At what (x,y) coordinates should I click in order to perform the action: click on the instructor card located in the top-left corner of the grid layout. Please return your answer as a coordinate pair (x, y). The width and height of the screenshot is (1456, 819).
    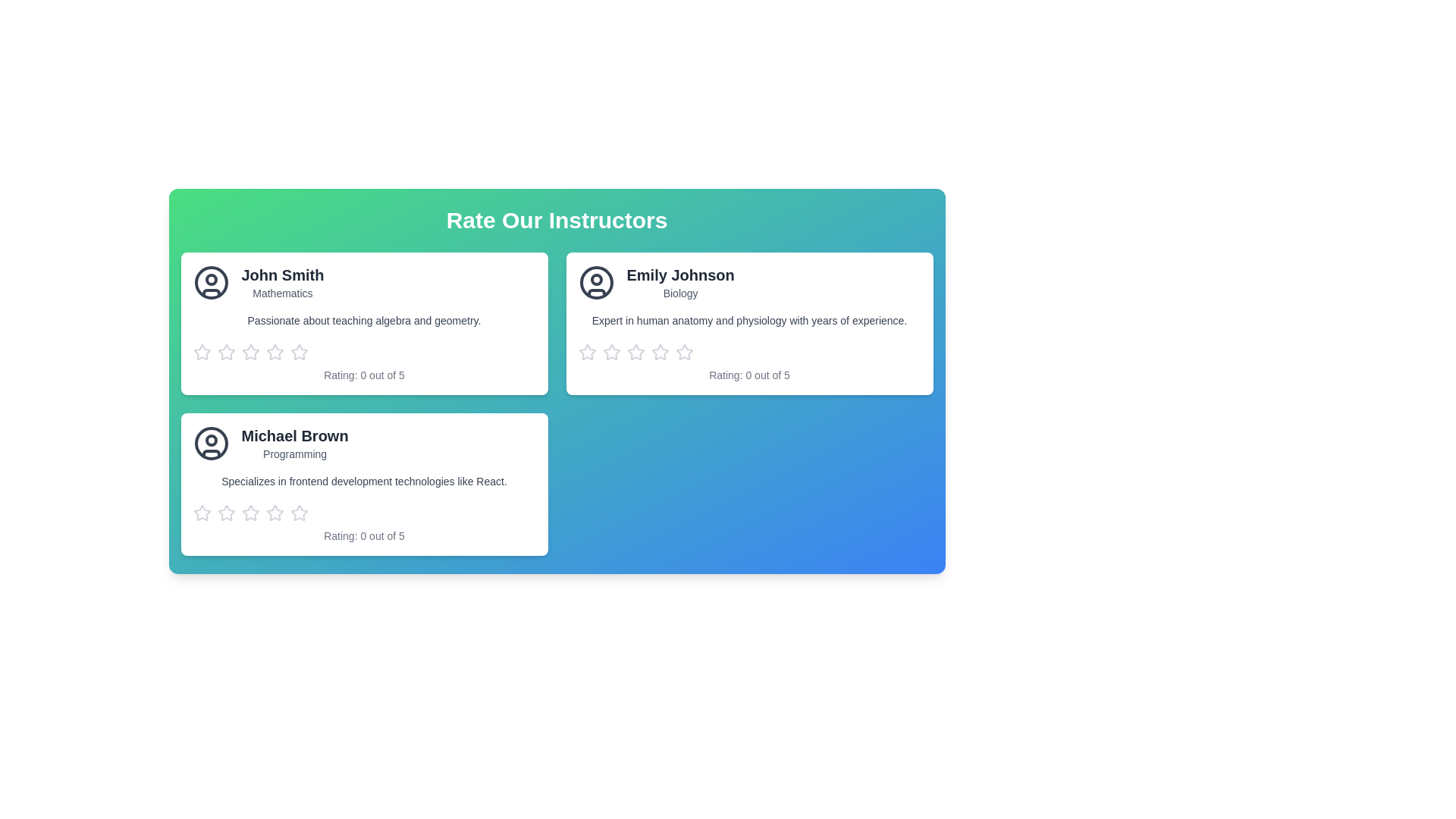
    Looking at the image, I should click on (364, 323).